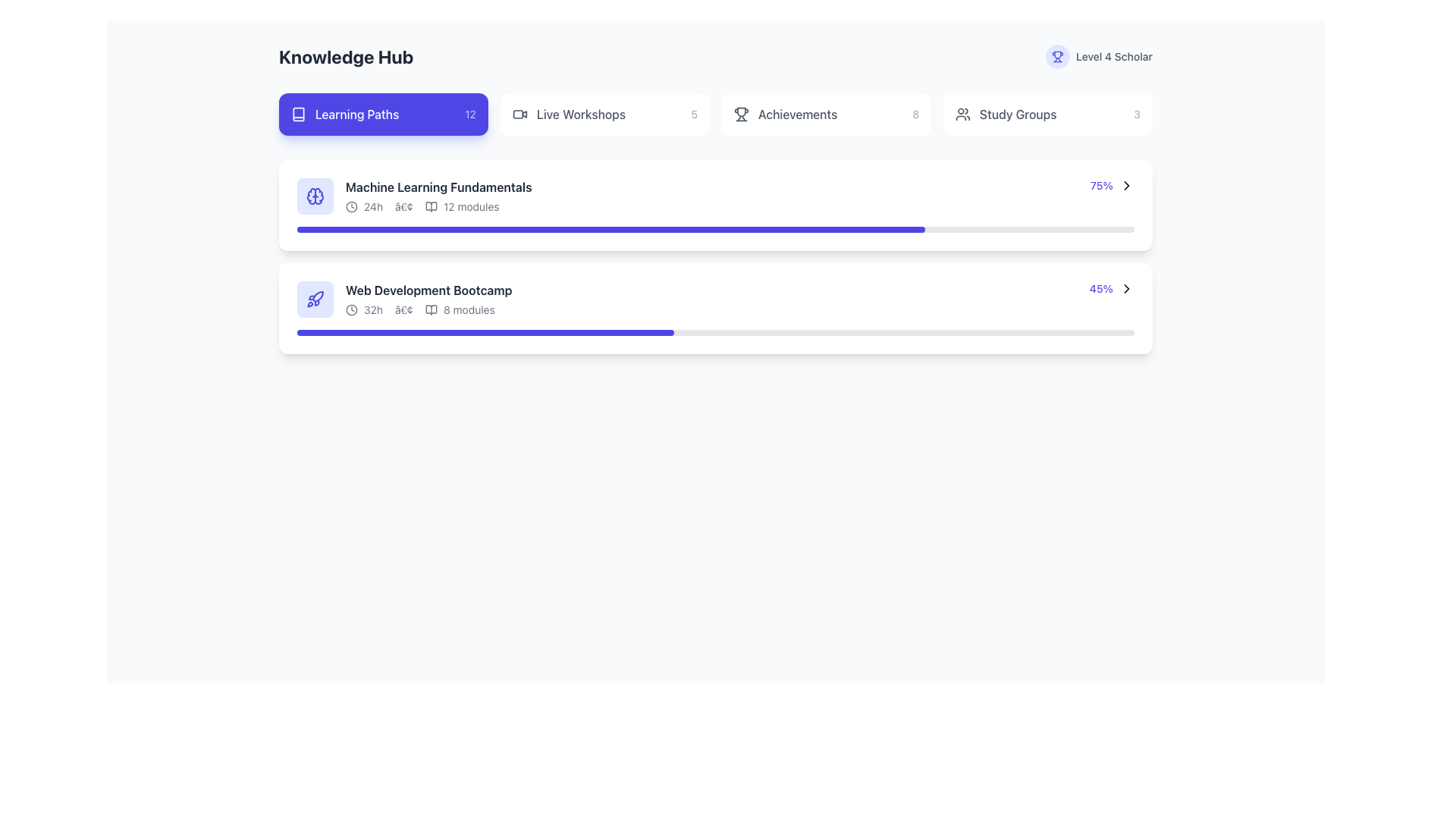  What do you see at coordinates (404, 299) in the screenshot?
I see `to select or open the details about the course overview, which is the second item in a vertical list of course modules located below 'Machine Learning Fundamentals'` at bounding box center [404, 299].